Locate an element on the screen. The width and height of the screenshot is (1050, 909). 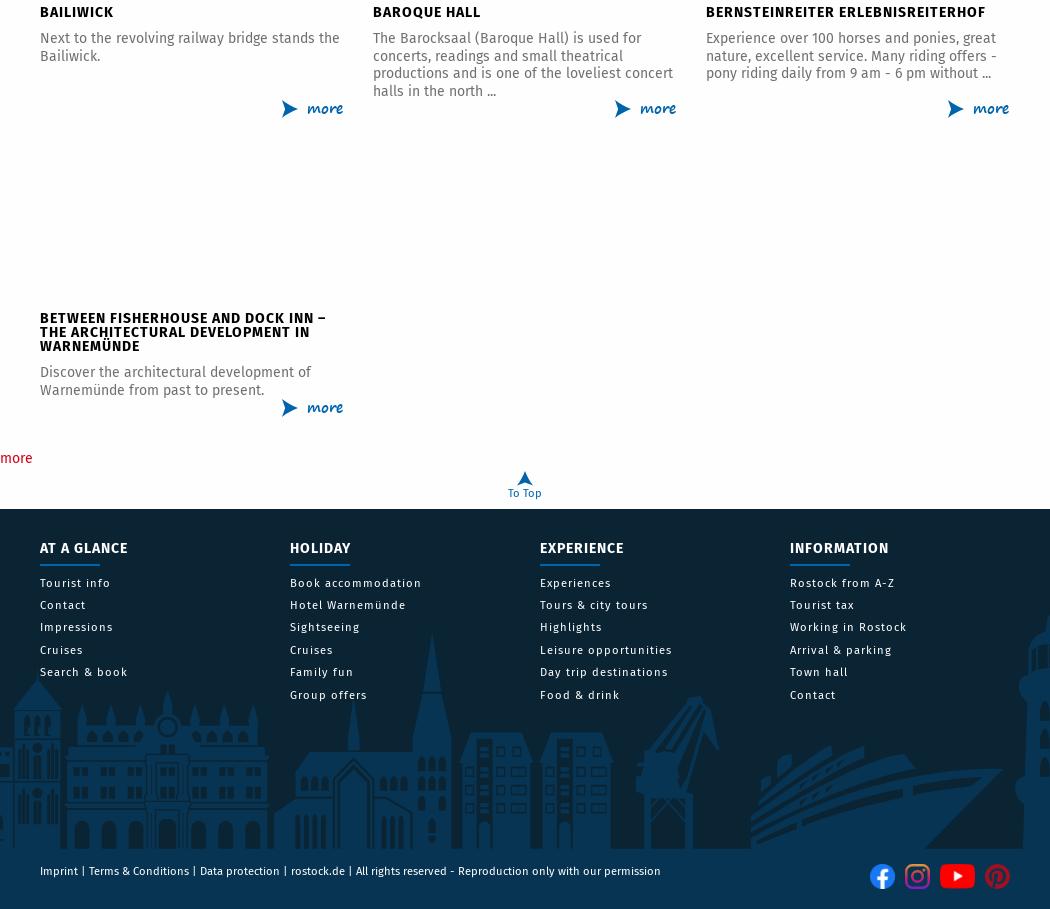
'Highlights' is located at coordinates (569, 627).